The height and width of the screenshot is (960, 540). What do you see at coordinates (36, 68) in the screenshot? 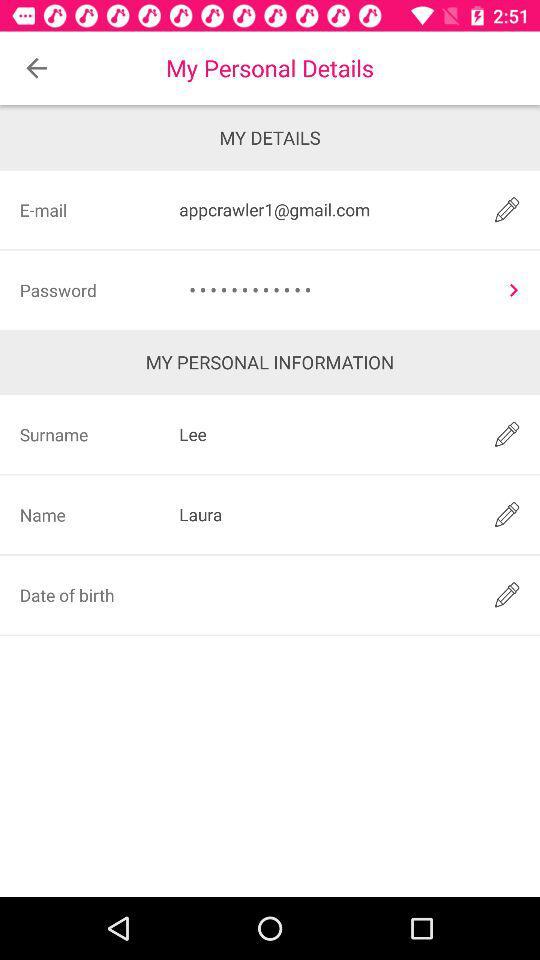
I see `icon next to the my personal details` at bounding box center [36, 68].